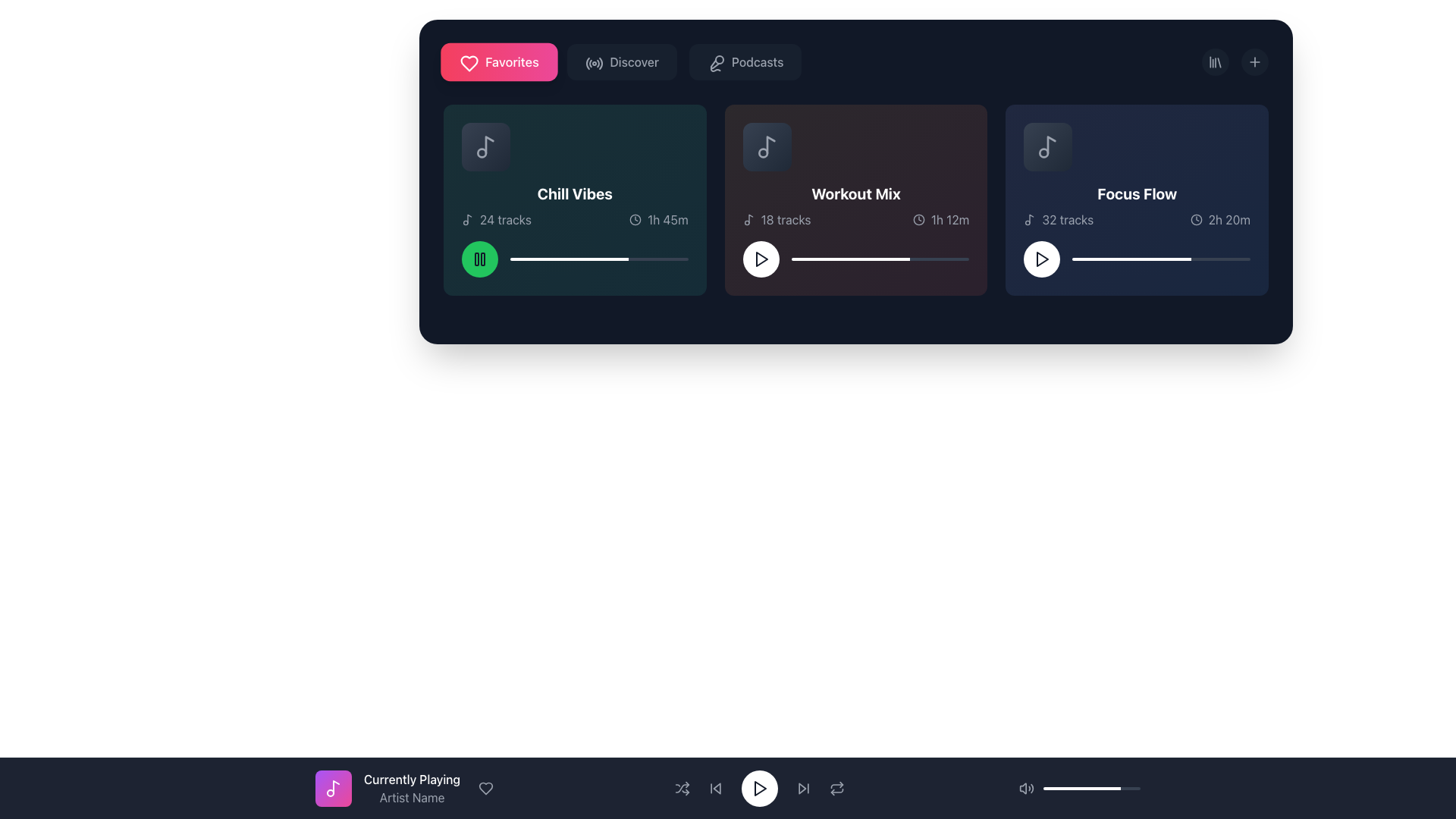 This screenshot has width=1456, height=819. I want to click on the playback control button located at the bottom of the interface to initiate playback or pause the currently playing content, so click(759, 788).